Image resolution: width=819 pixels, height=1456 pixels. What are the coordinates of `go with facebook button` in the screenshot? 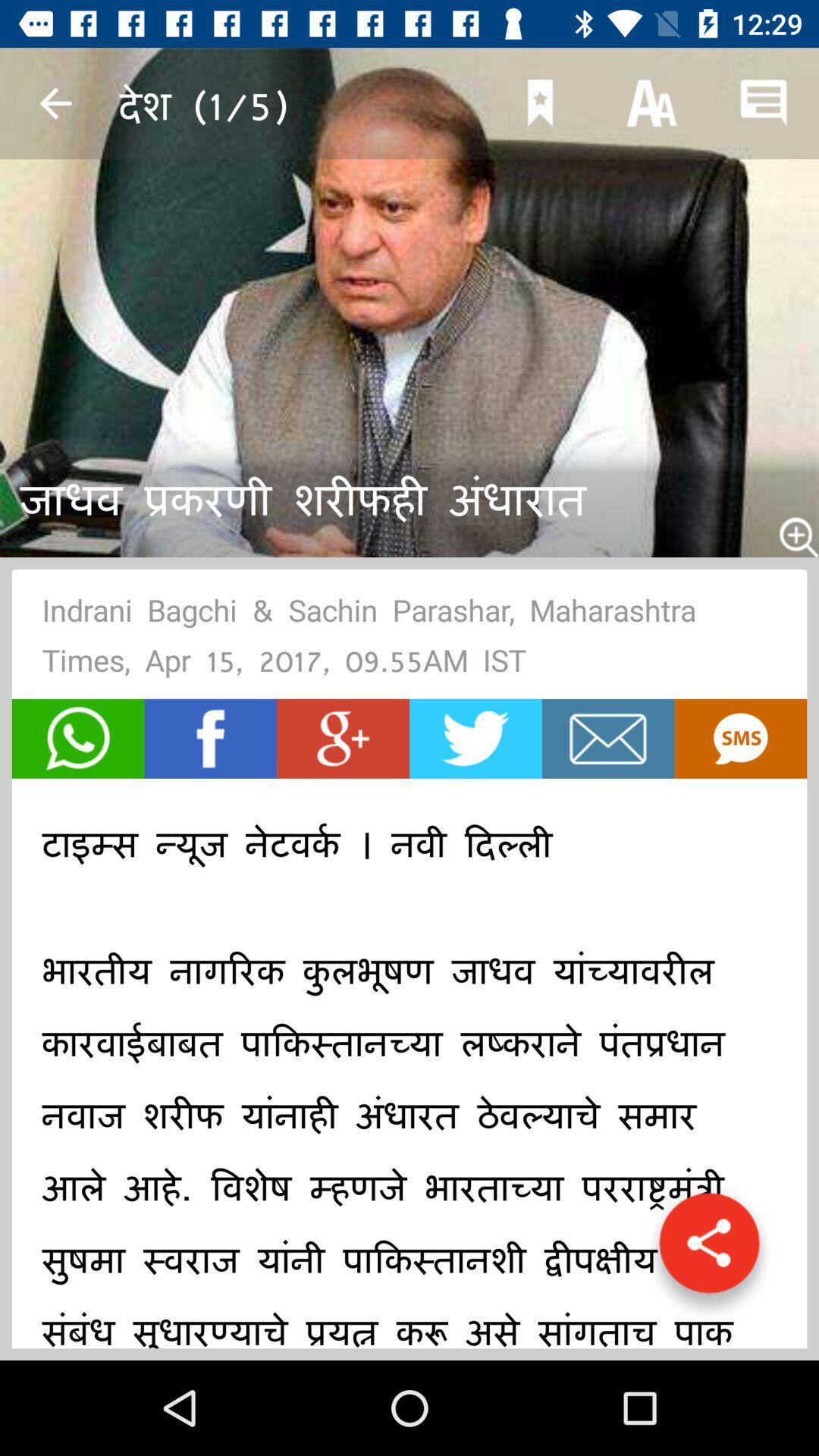 It's located at (210, 739).